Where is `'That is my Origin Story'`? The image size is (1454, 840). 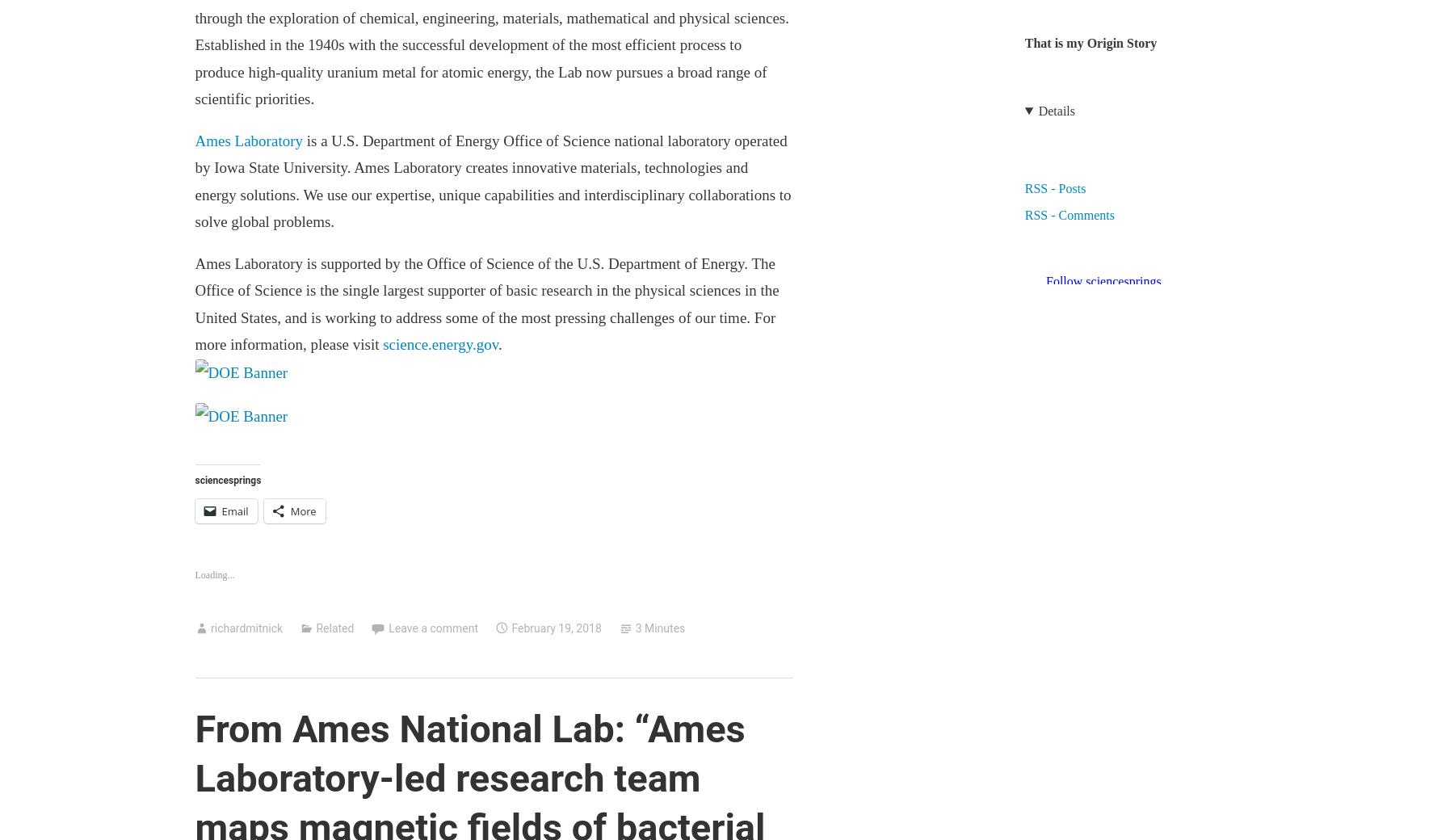
'That is my Origin Story' is located at coordinates (1090, 41).